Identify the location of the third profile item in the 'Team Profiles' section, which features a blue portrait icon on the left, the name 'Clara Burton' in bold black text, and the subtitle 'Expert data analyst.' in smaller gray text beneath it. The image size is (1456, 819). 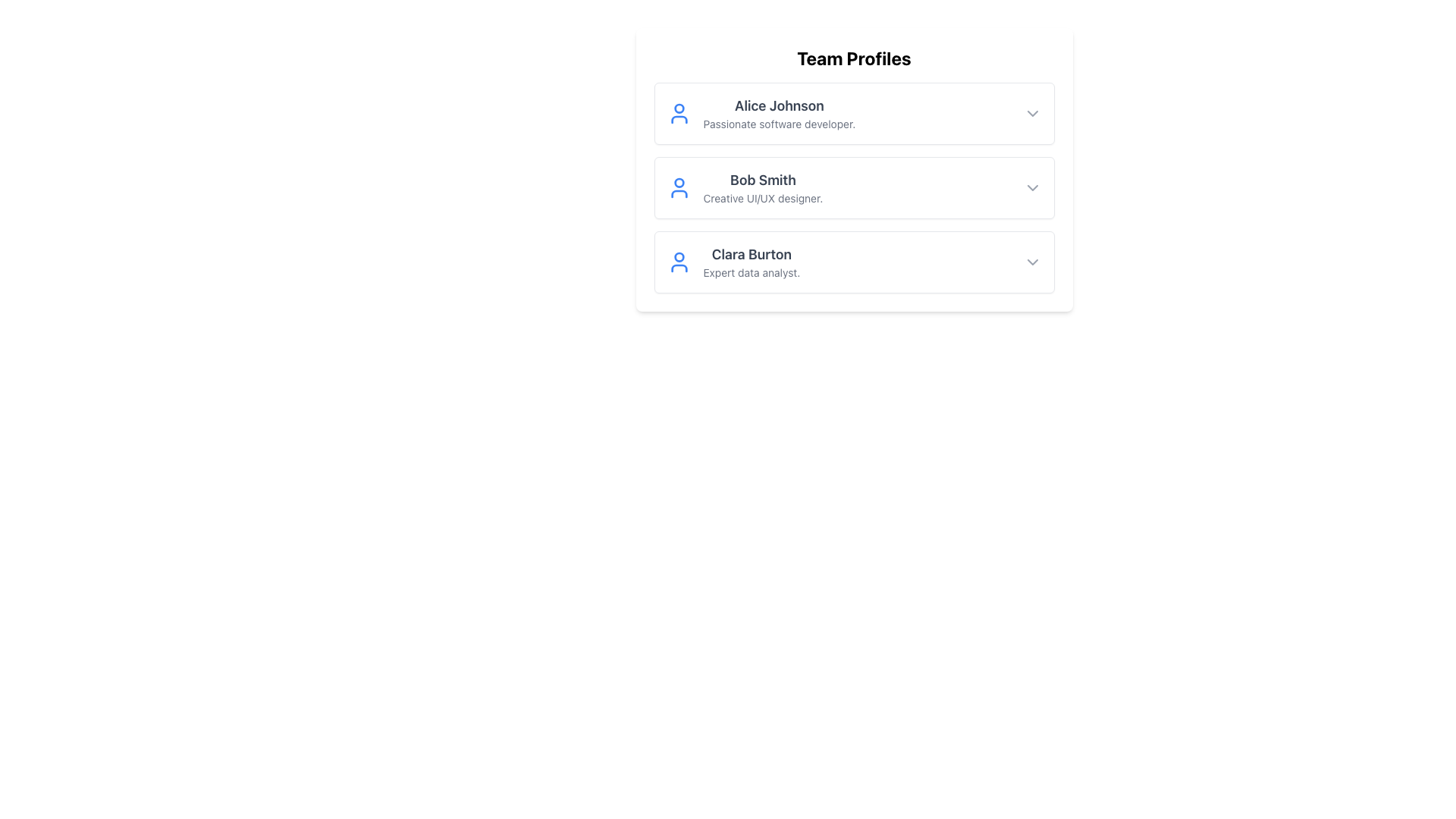
(733, 262).